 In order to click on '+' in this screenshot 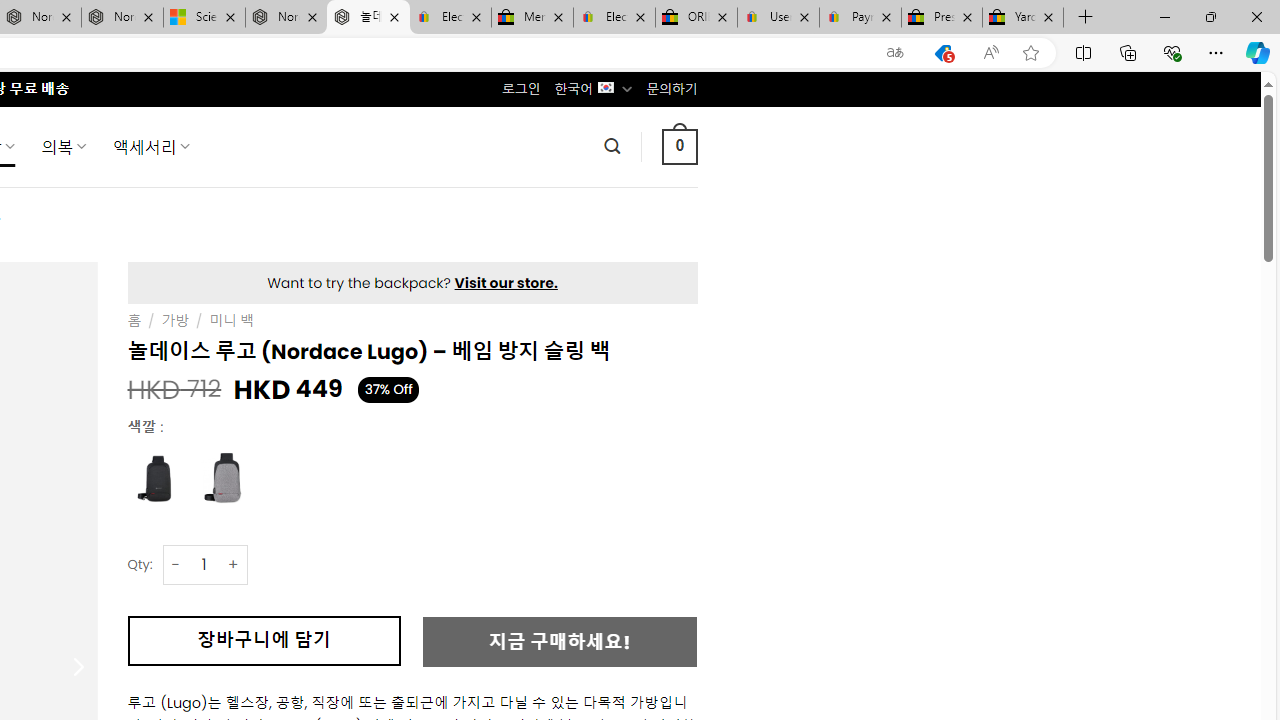, I will do `click(234, 564)`.